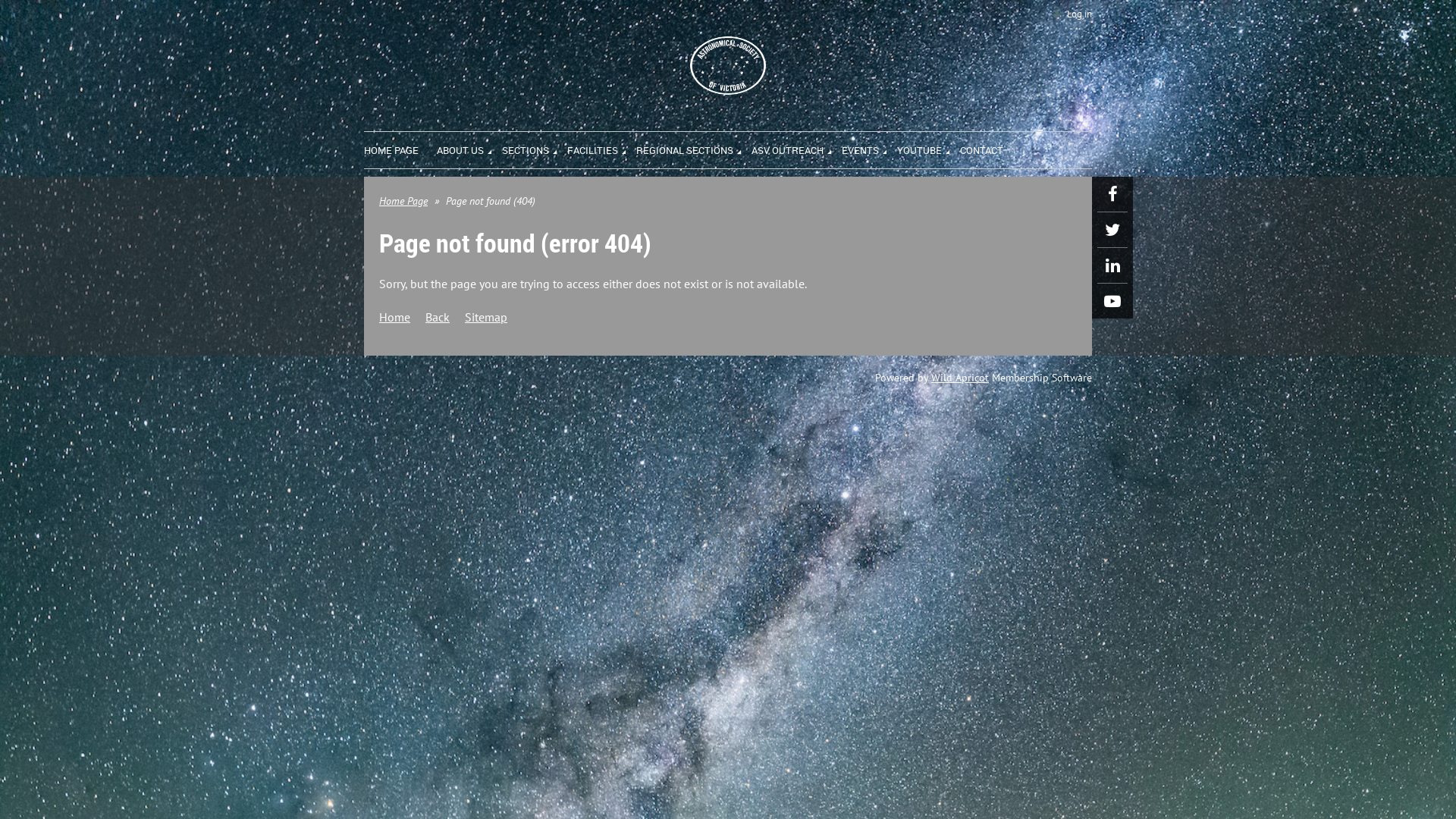 The image size is (1456, 819). What do you see at coordinates (959, 376) in the screenshot?
I see `'Wild Apricot'` at bounding box center [959, 376].